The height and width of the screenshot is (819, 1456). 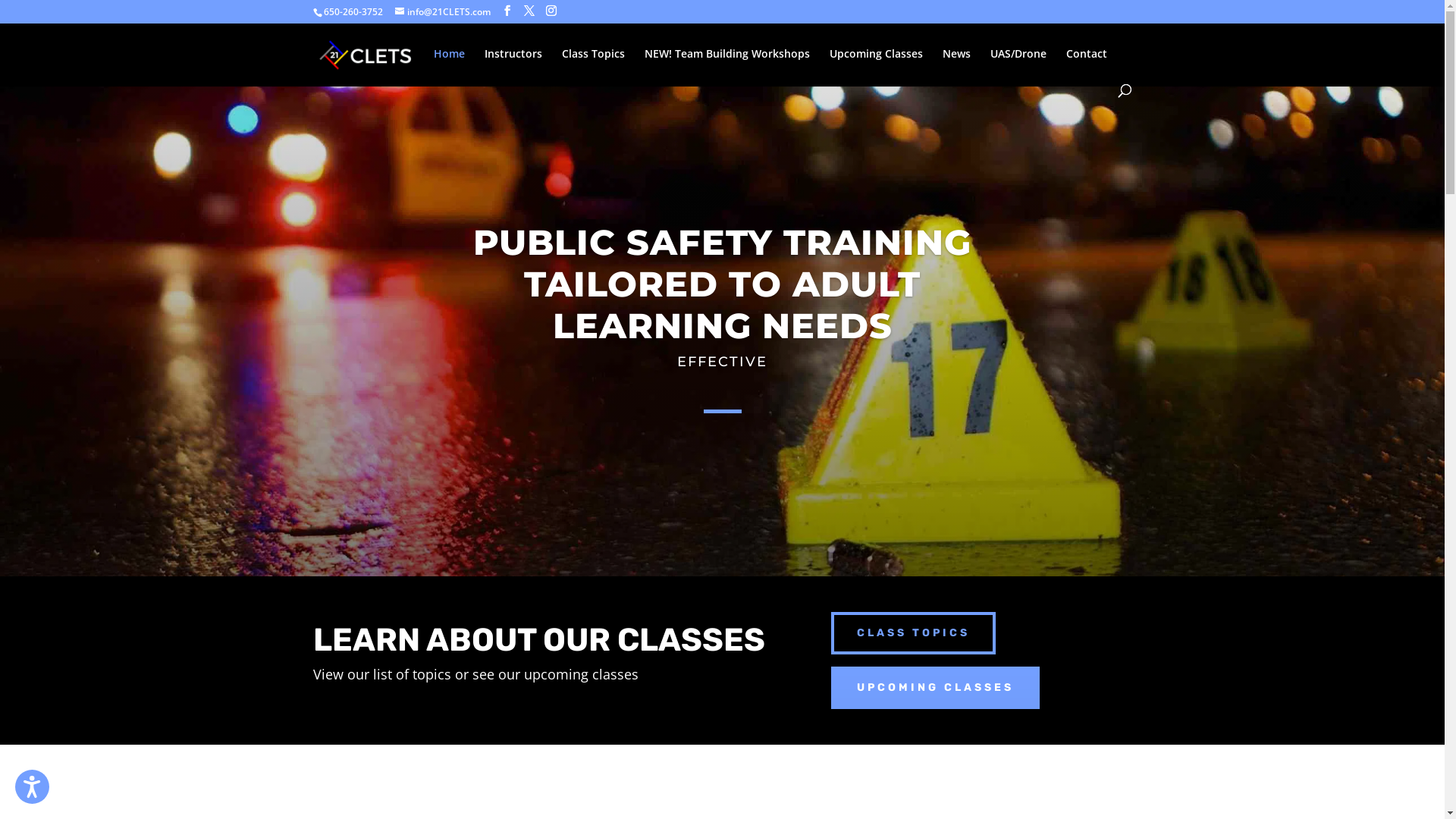 What do you see at coordinates (441, 11) in the screenshot?
I see `'info@21CLETS.com'` at bounding box center [441, 11].